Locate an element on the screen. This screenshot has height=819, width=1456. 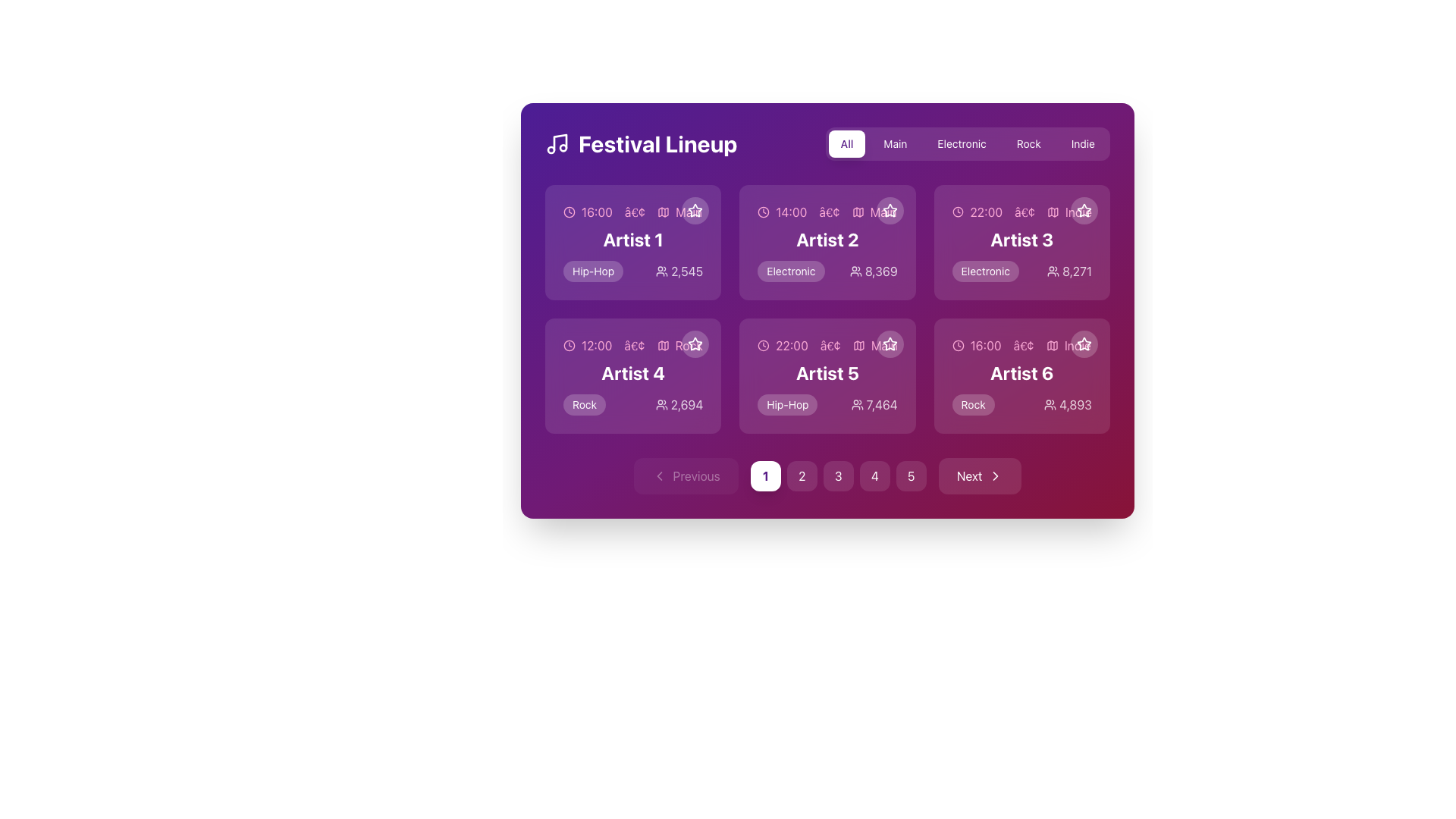
the clock icon outlined in purple is located at coordinates (957, 212).